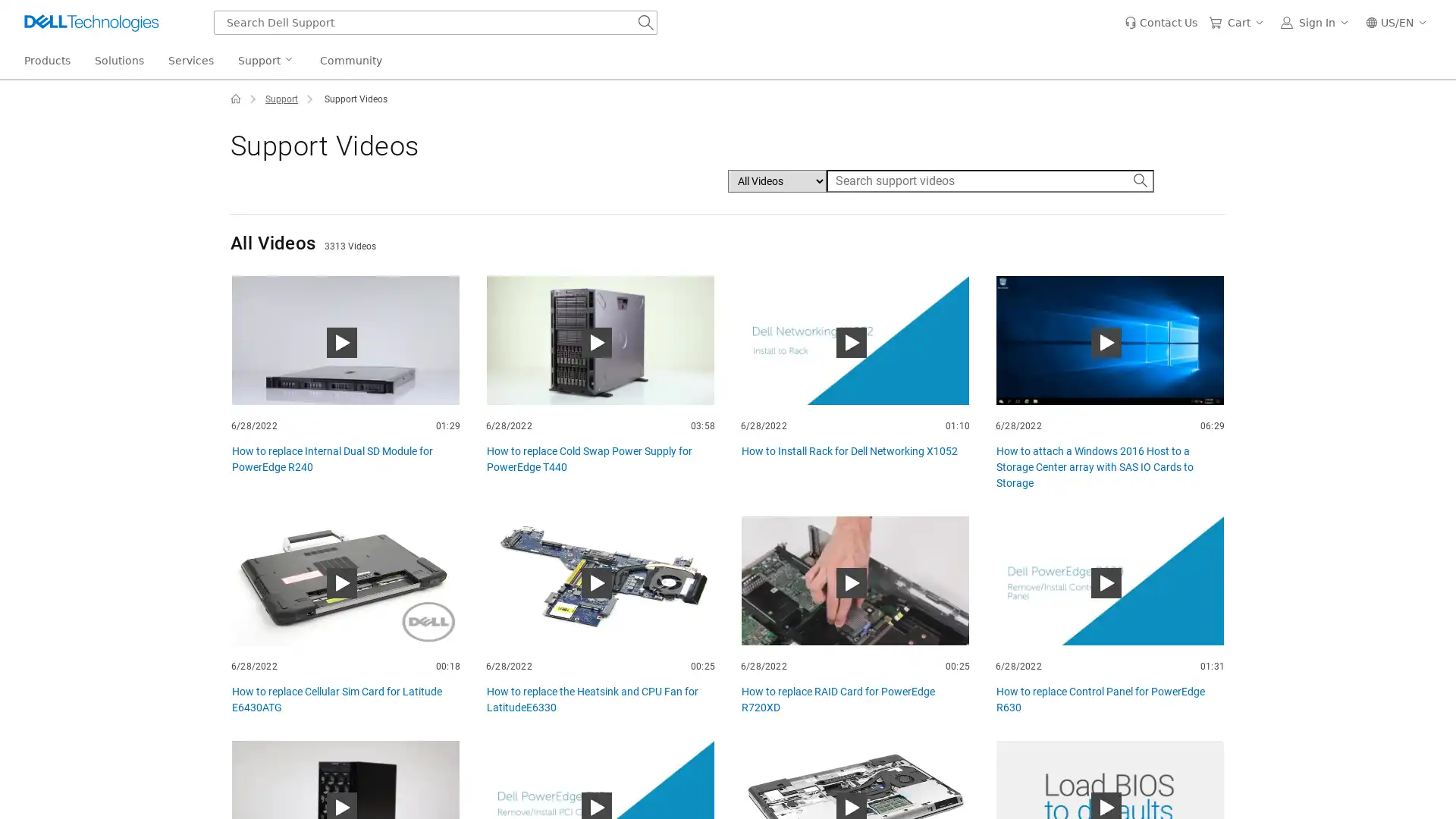 The image size is (1456, 819). Describe the element at coordinates (345, 699) in the screenshot. I see `How to replace Cellular Sim Card for Latitude E6430ATG` at that location.